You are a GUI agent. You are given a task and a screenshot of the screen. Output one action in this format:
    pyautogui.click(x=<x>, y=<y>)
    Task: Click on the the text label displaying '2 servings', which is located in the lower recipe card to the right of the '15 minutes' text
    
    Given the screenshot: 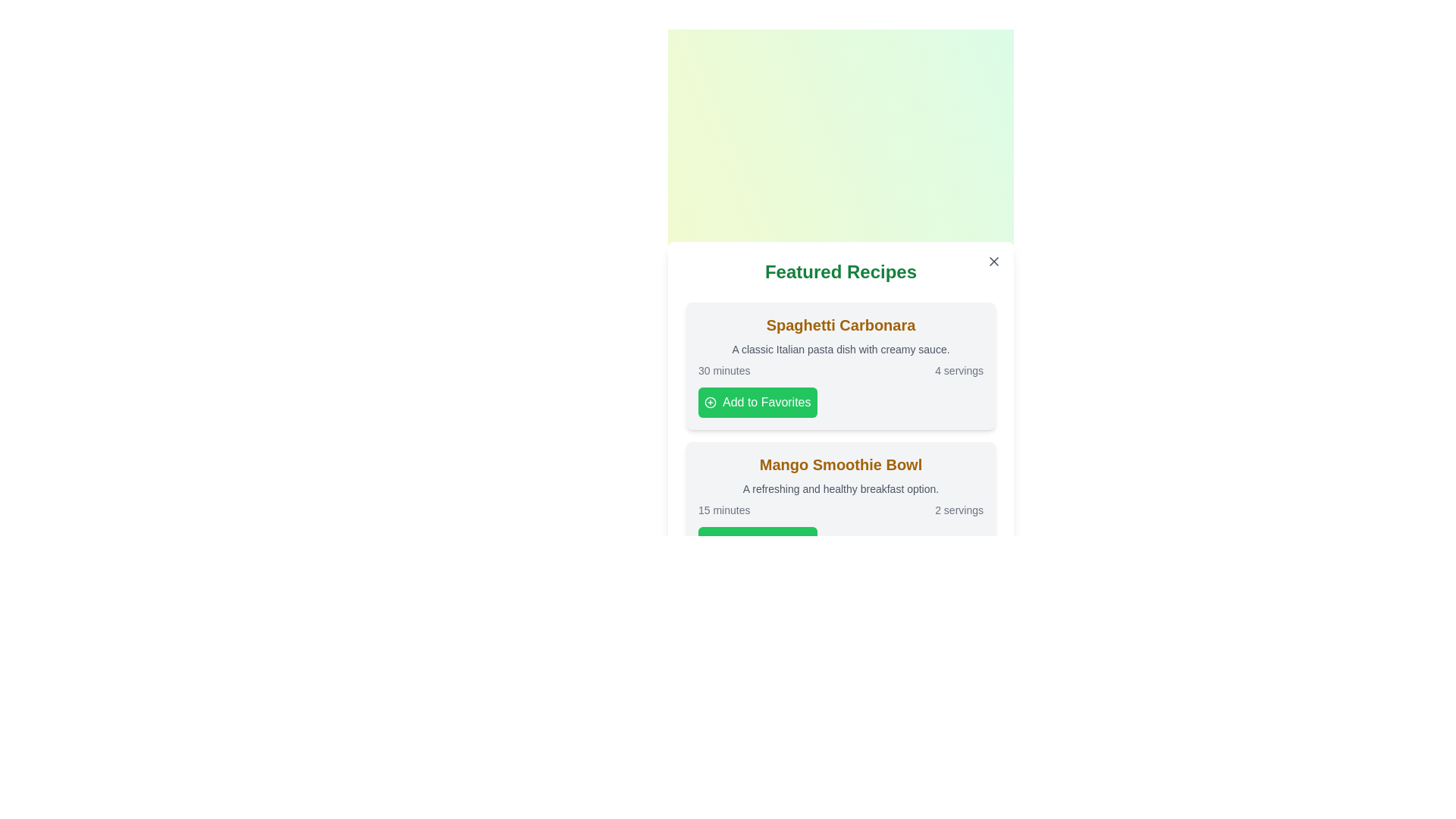 What is the action you would take?
    pyautogui.click(x=959, y=510)
    